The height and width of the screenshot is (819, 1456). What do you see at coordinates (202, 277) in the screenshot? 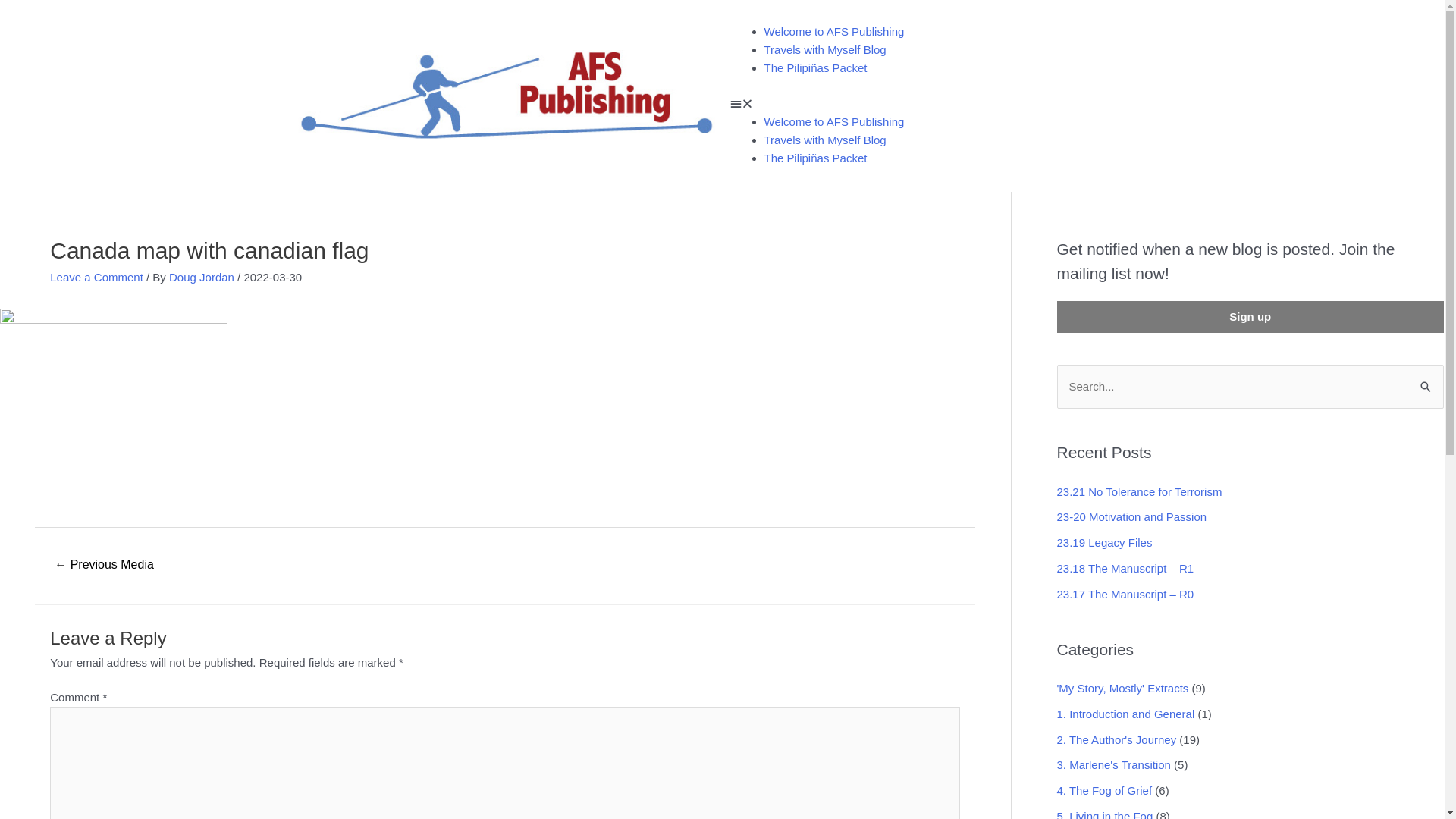
I see `'Doug Jordan'` at bounding box center [202, 277].